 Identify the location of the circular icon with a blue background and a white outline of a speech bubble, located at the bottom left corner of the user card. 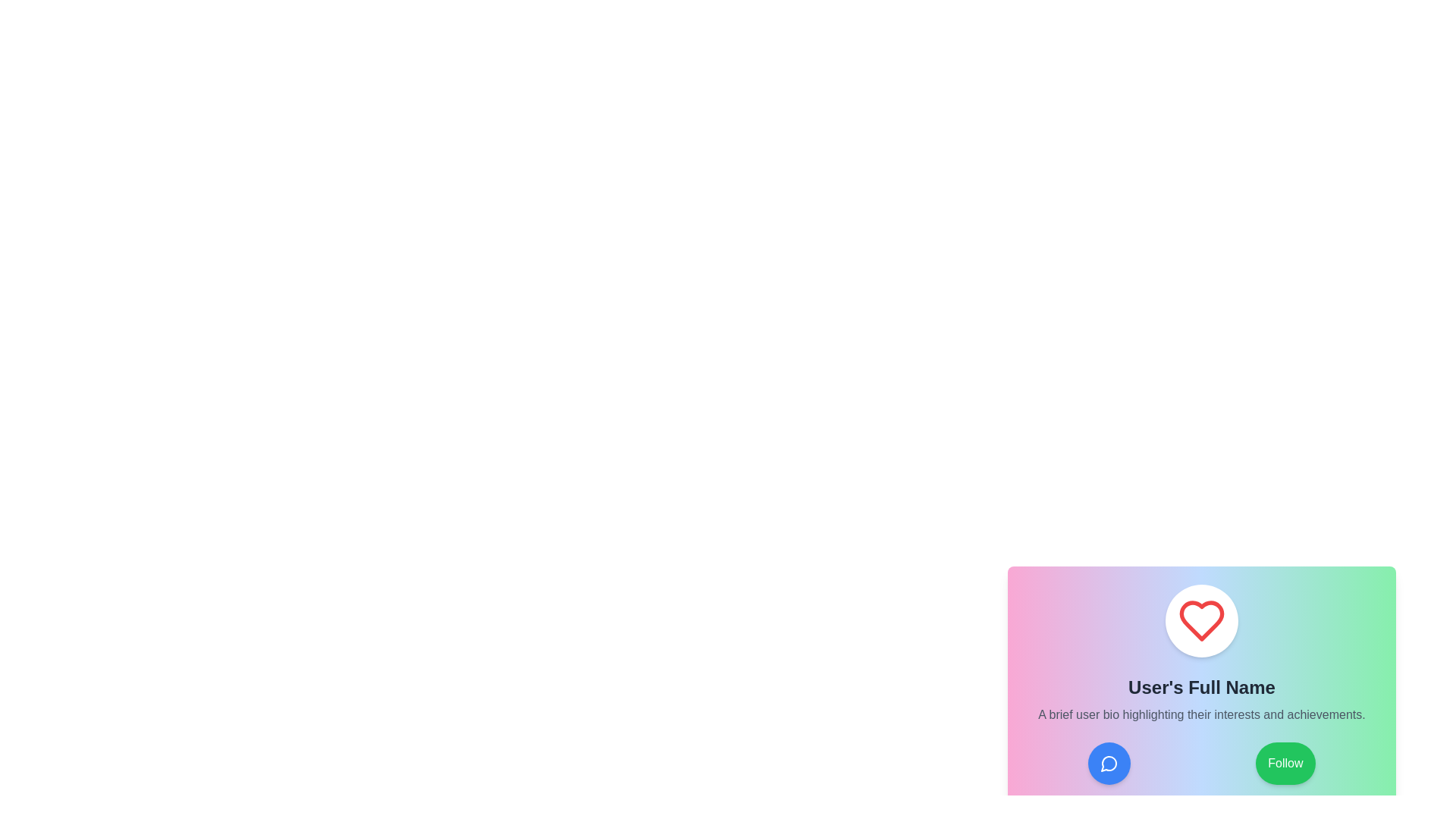
(1109, 763).